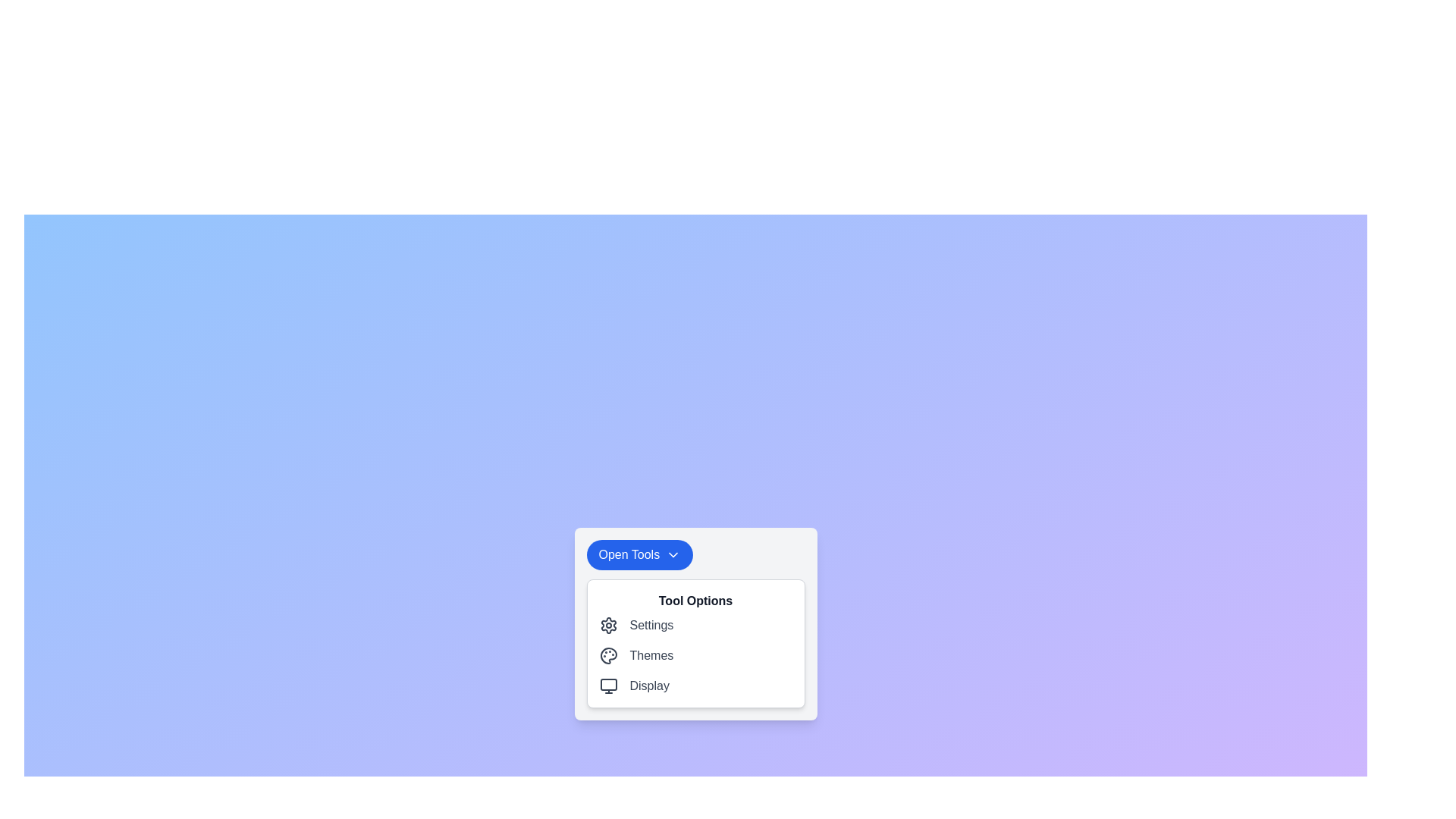 This screenshot has width=1456, height=819. Describe the element at coordinates (608, 654) in the screenshot. I see `the painter's palette icon located to the left of the 'Themes' text` at that location.